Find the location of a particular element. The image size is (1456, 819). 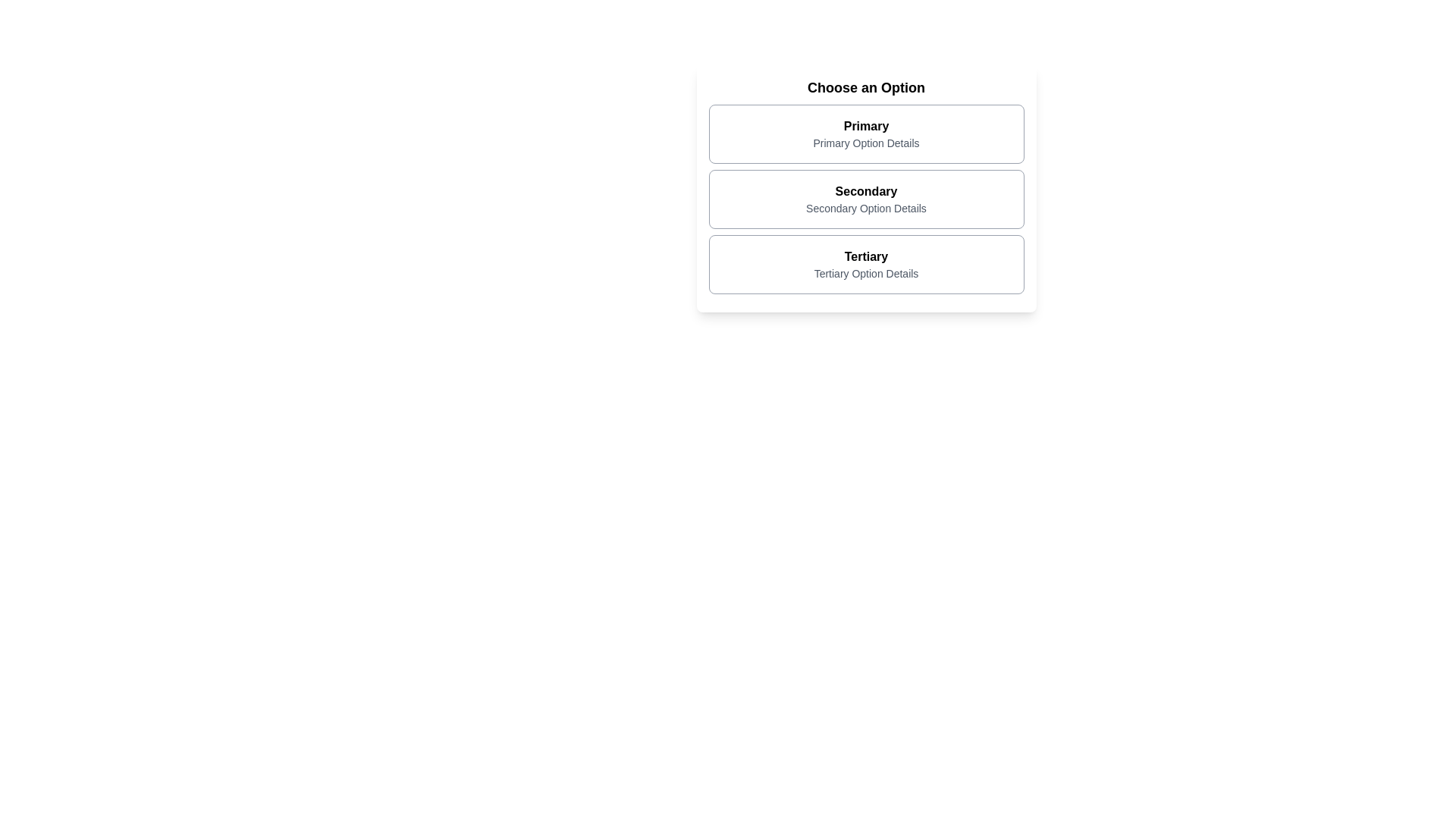

the first selectable card option labeled 'Primary' in the list under the heading 'Choose an Option' is located at coordinates (866, 133).